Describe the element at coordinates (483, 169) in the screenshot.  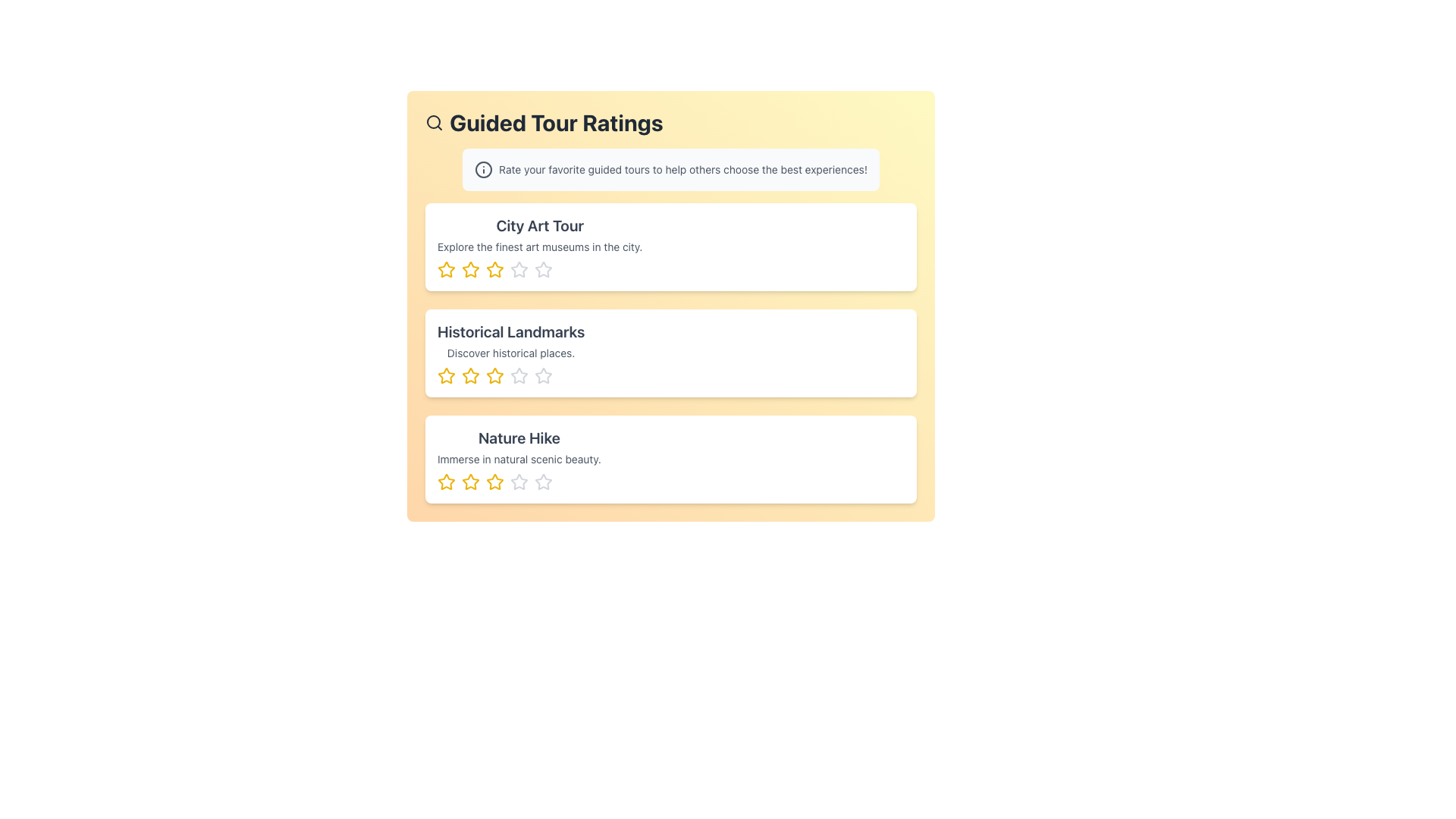
I see `the circular icon with a central dot and outer ring, located to the left of the text 'Rate your favorite guided tours to help others choose the best experiences!'` at that location.